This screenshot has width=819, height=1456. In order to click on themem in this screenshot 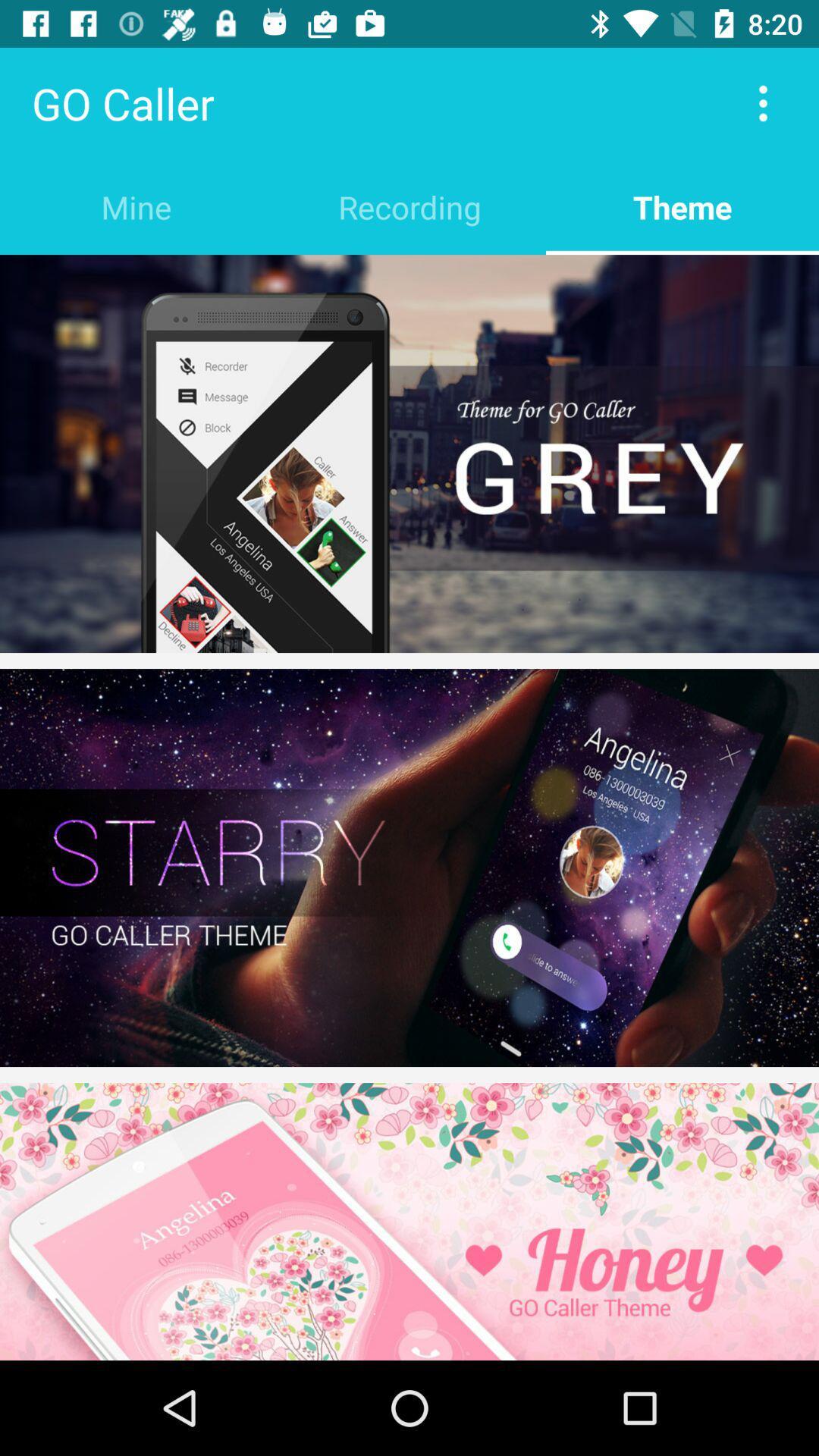, I will do `click(409, 868)`.